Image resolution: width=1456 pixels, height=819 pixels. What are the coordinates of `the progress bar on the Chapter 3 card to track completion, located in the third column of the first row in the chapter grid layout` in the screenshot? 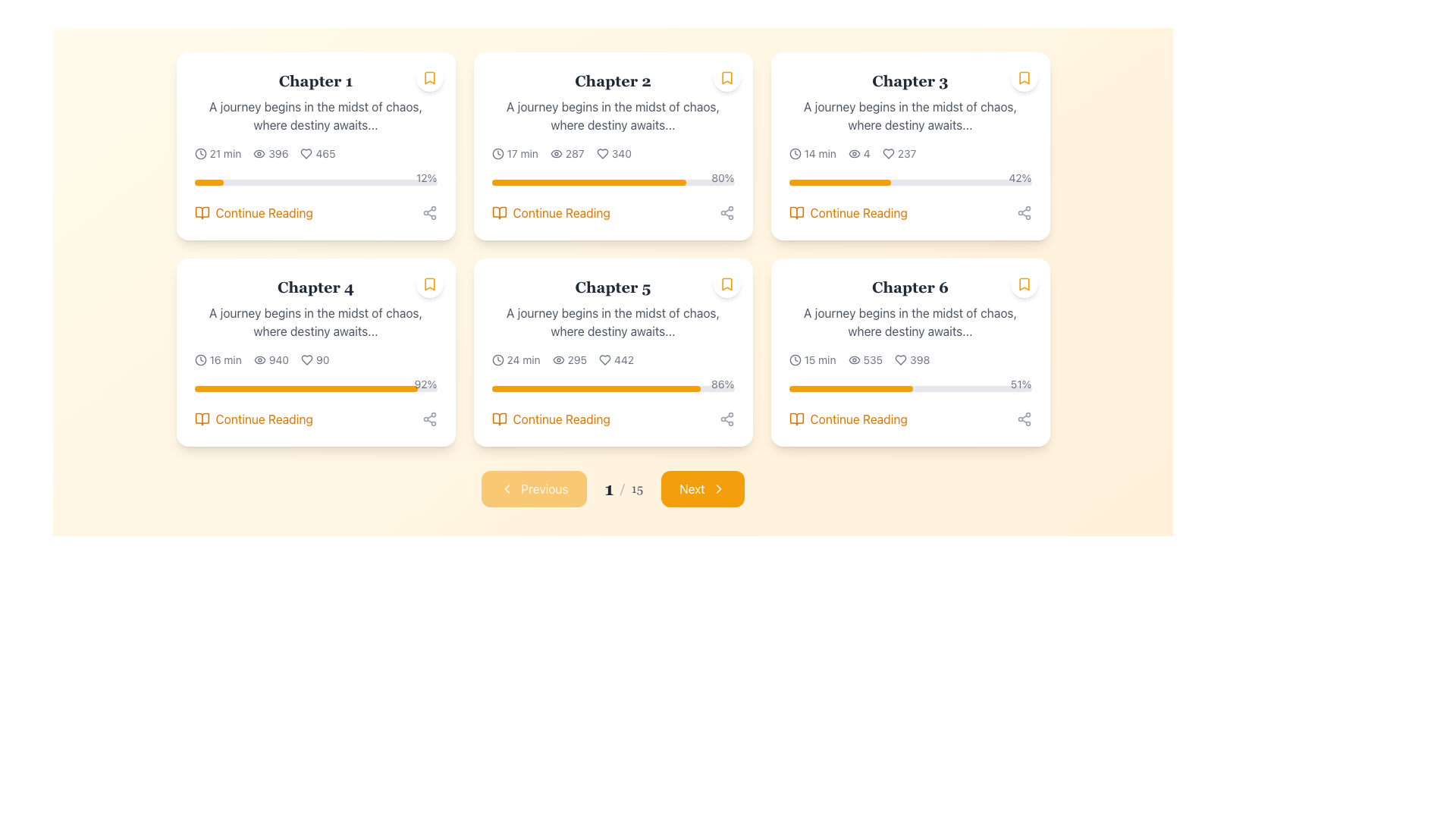 It's located at (910, 146).